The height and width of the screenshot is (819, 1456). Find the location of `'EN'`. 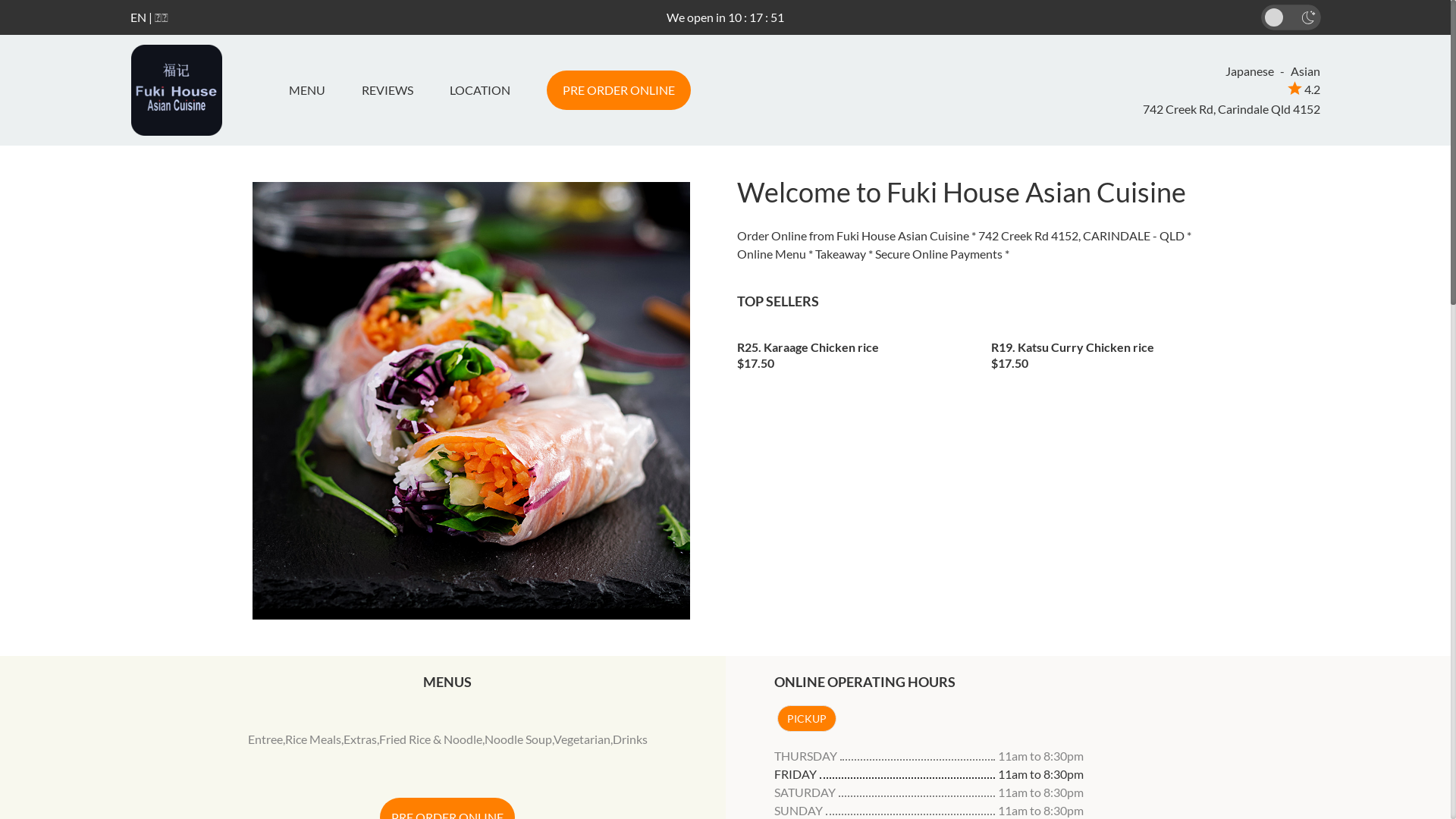

'EN' is located at coordinates (138, 17).